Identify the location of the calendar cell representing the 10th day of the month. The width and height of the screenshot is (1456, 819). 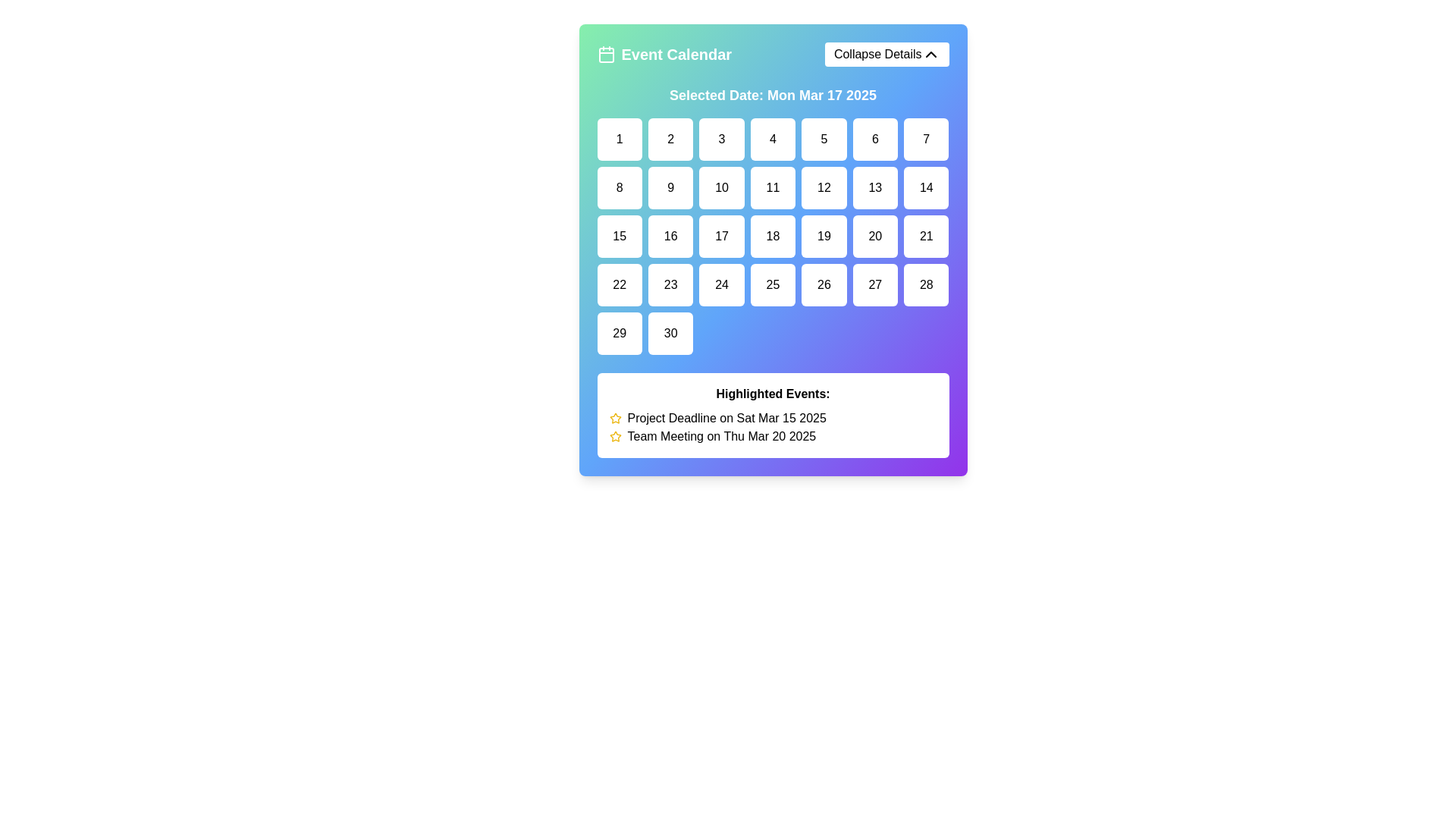
(721, 187).